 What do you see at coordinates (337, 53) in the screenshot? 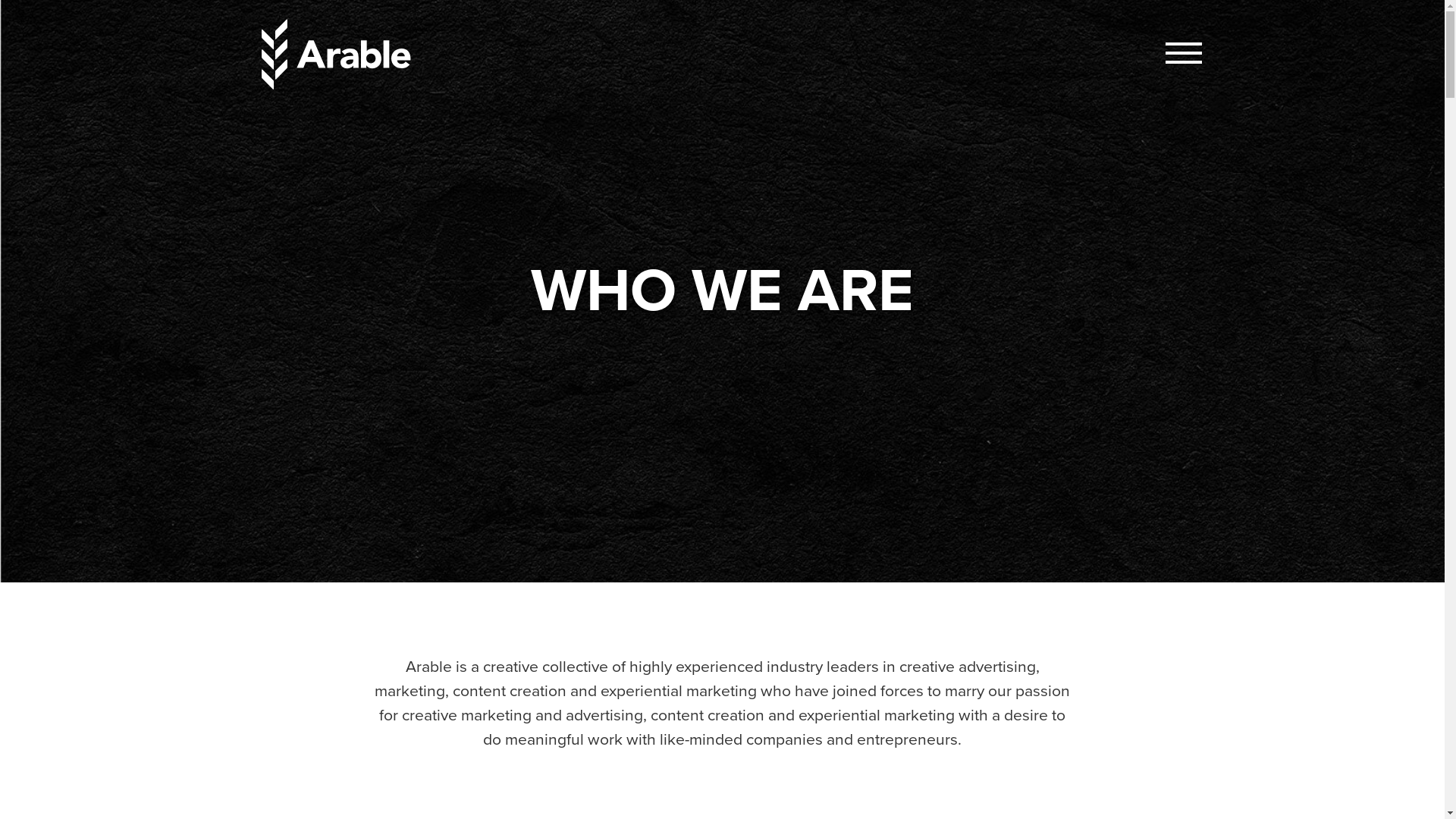
I see `'Return Home'` at bounding box center [337, 53].